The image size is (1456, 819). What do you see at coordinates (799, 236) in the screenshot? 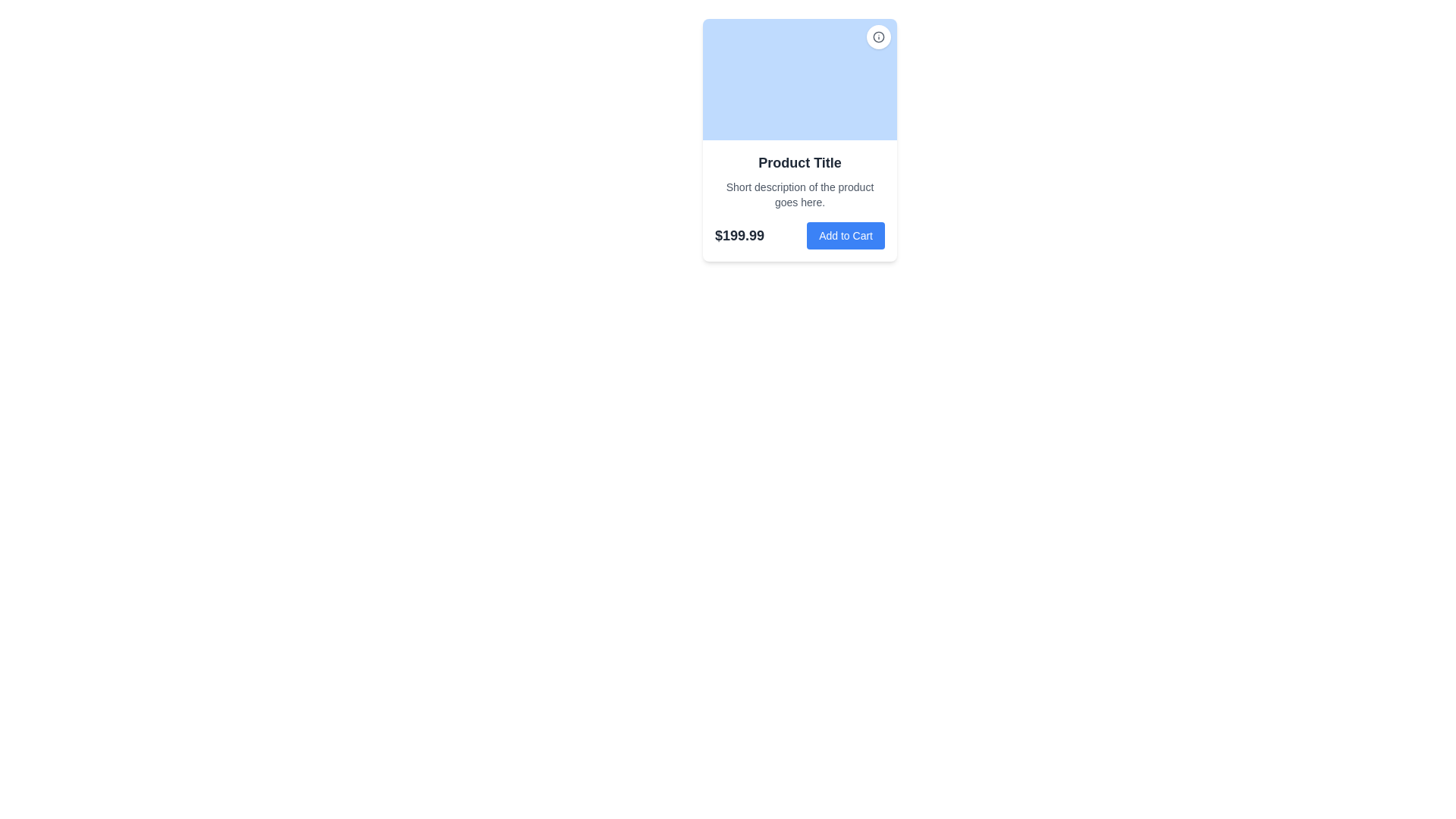
I see `the 'Add to Cart' button on the right side of the Composite element containing a price label '$199.99' and the button, located at the bottom of the card layout` at bounding box center [799, 236].